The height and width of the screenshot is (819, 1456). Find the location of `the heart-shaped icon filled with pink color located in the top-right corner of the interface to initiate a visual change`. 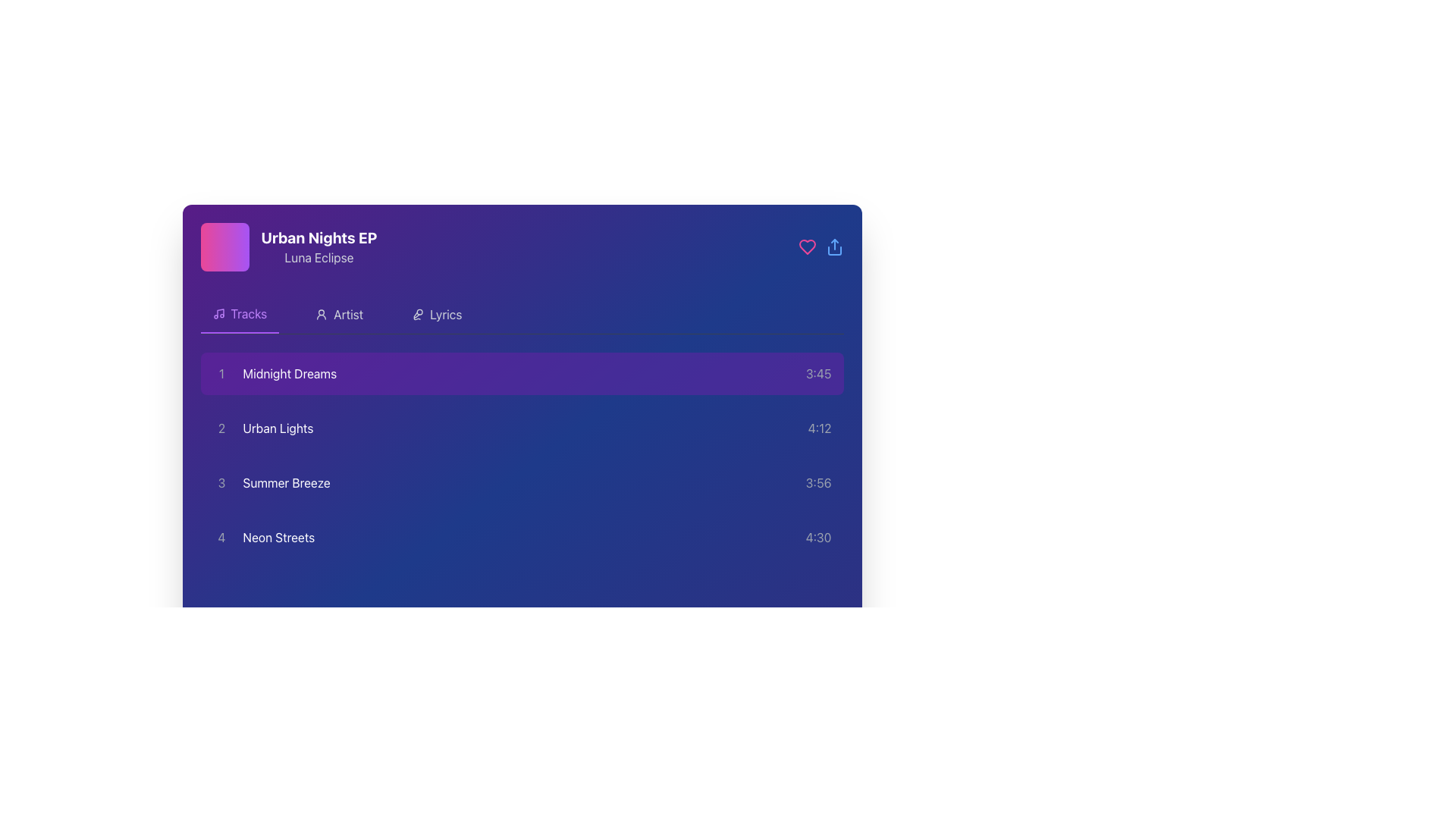

the heart-shaped icon filled with pink color located in the top-right corner of the interface to initiate a visual change is located at coordinates (806, 246).